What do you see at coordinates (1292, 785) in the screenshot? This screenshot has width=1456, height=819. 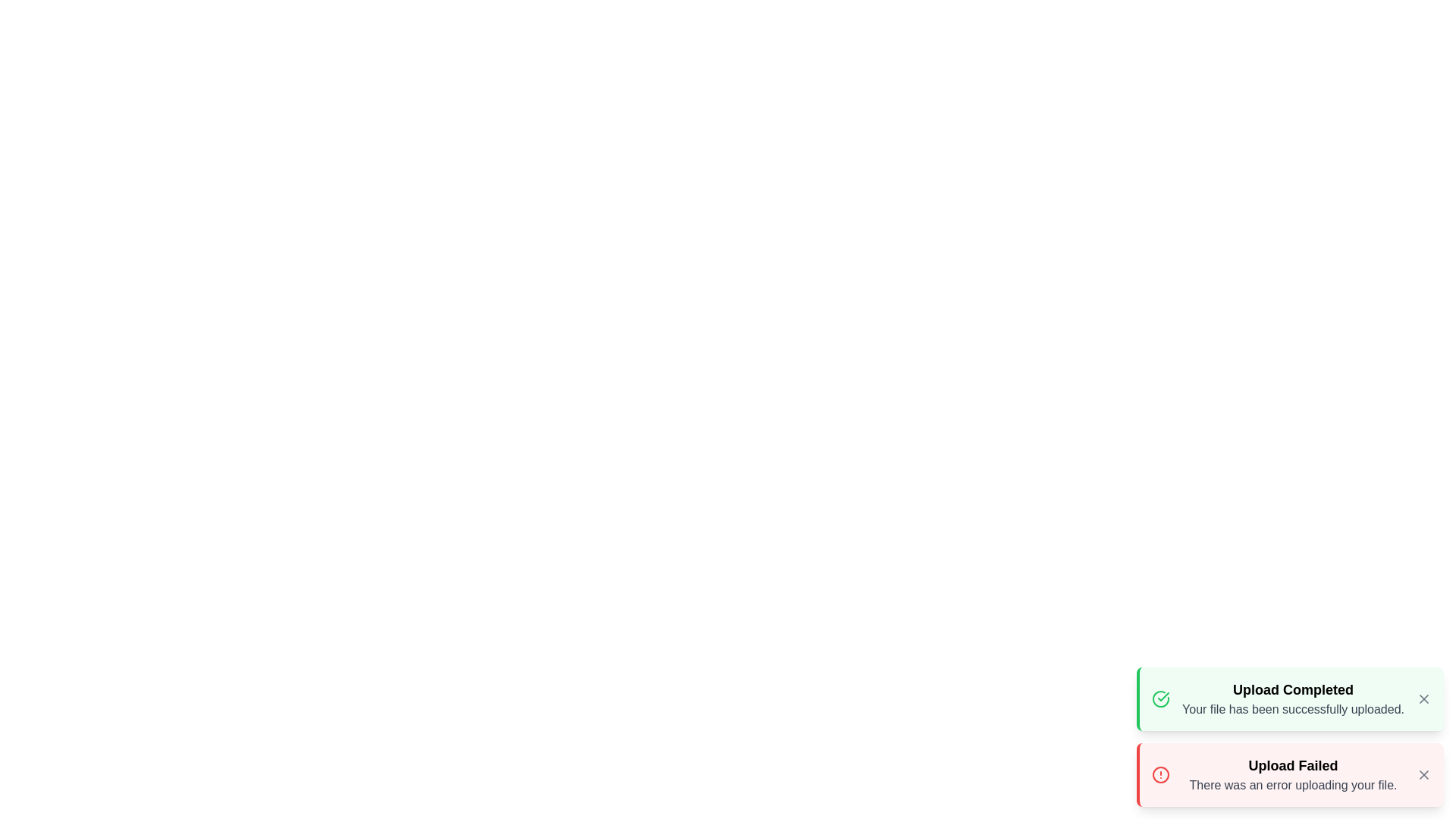 I see `text label stating 'There was an error uploading your file.' which is located in a red notification box below the 'Upload Failed' header` at bounding box center [1292, 785].